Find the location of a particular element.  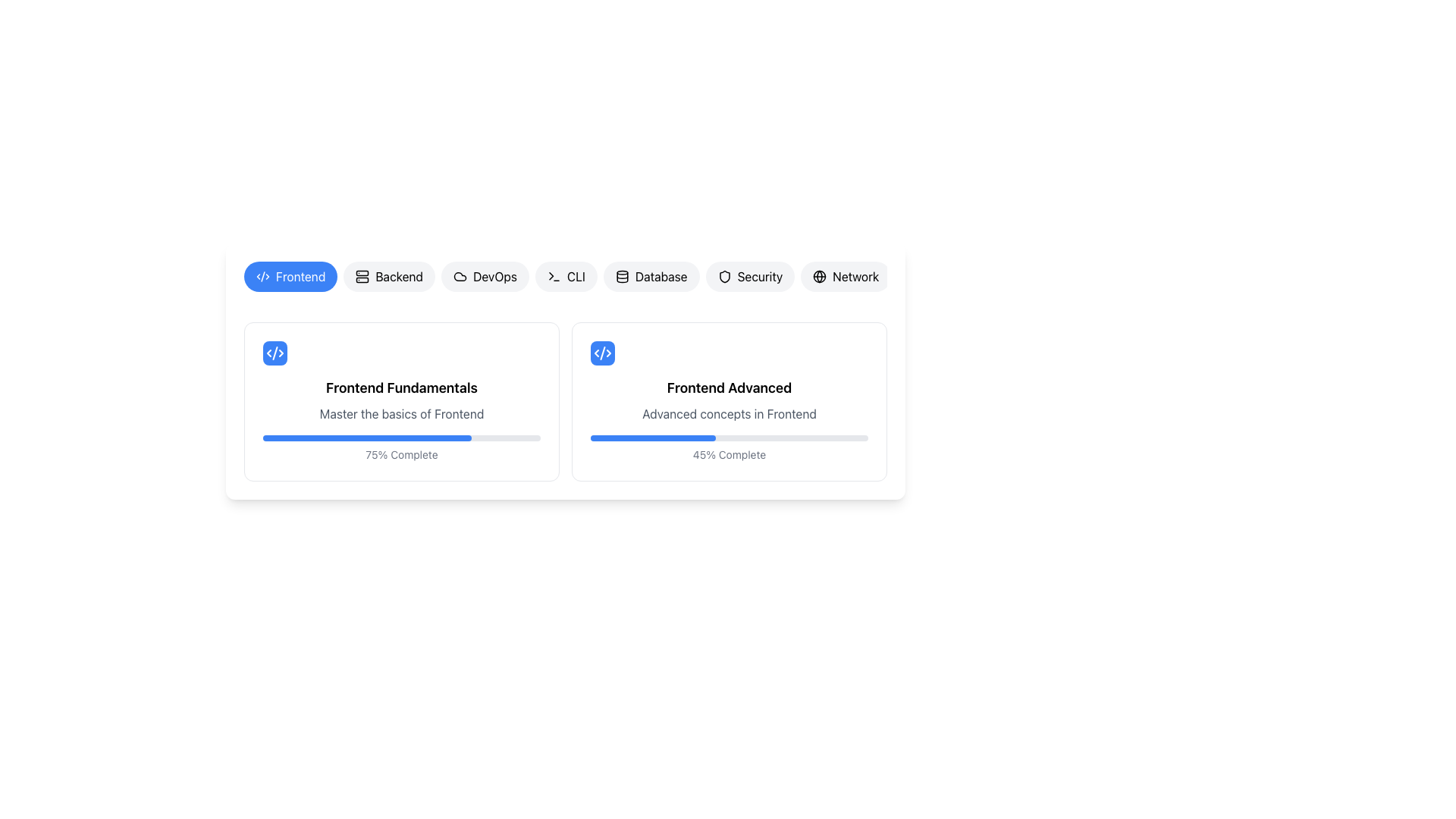

the 'DevOps' category button is located at coordinates (484, 277).